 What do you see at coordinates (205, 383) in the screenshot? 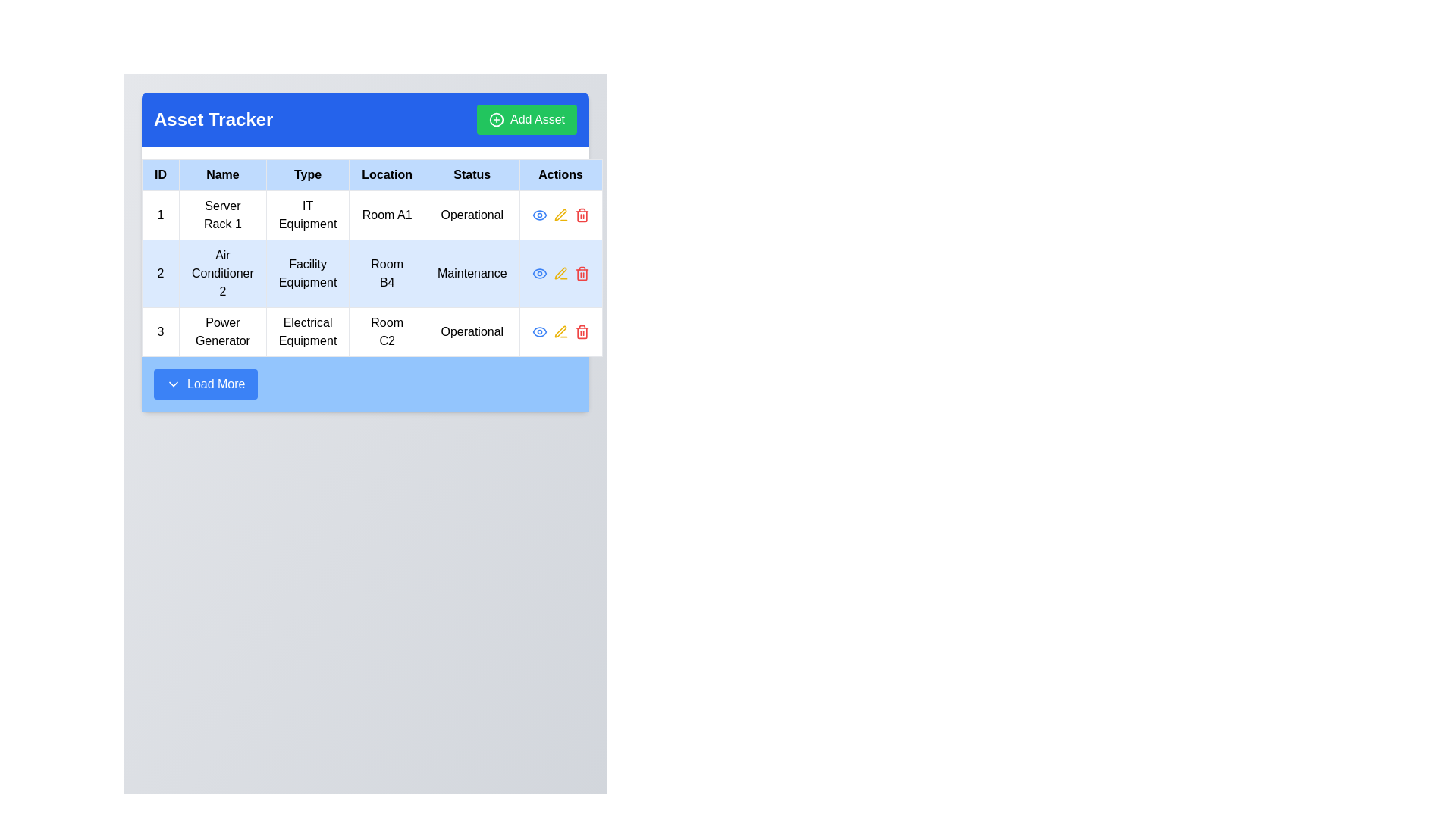
I see `the 'Load More' button using keyboard tabbing and activate it by pressing Enter or Space` at bounding box center [205, 383].